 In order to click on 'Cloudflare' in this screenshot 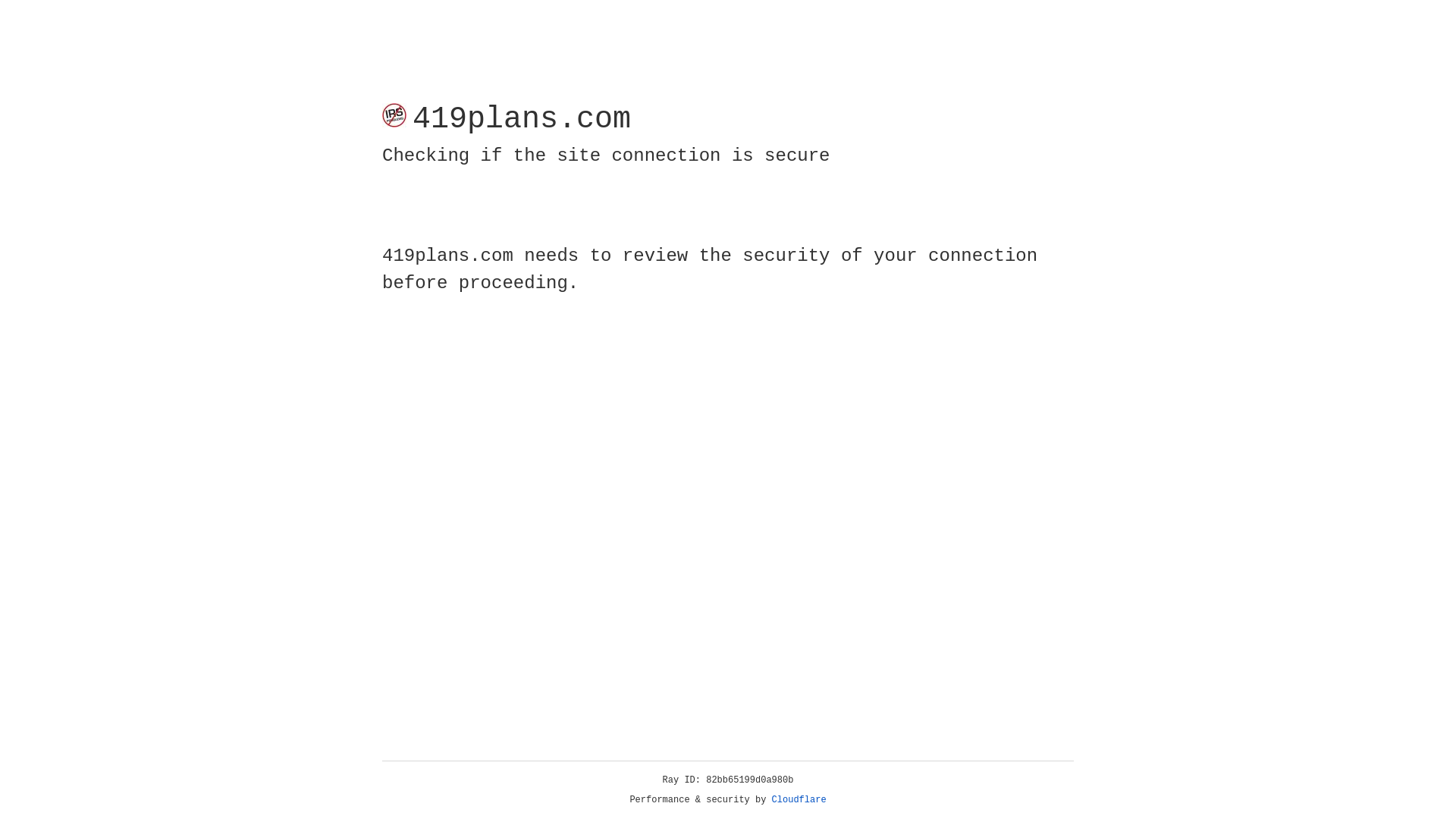, I will do `click(799, 799)`.